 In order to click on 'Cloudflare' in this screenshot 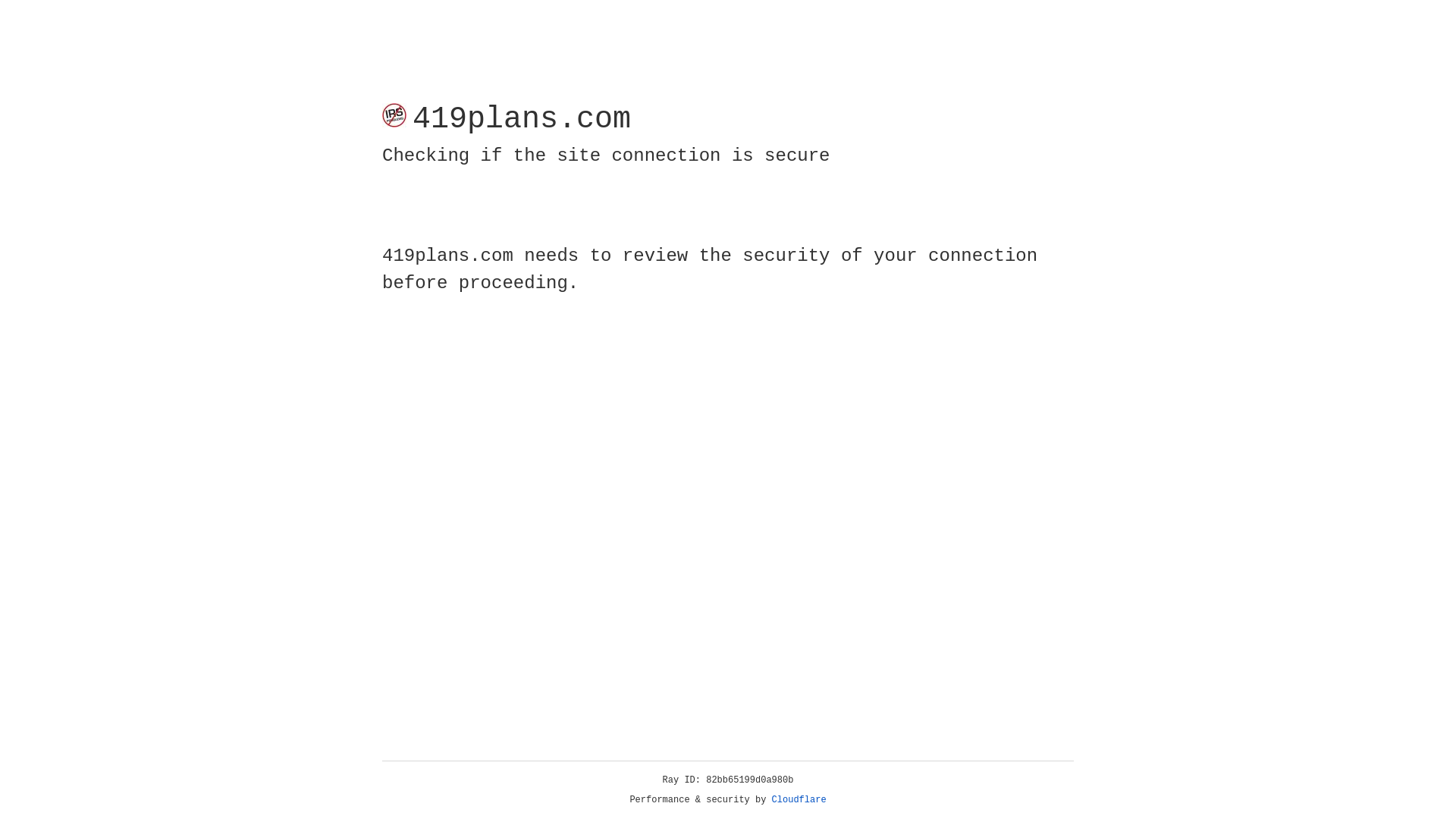, I will do `click(799, 799)`.